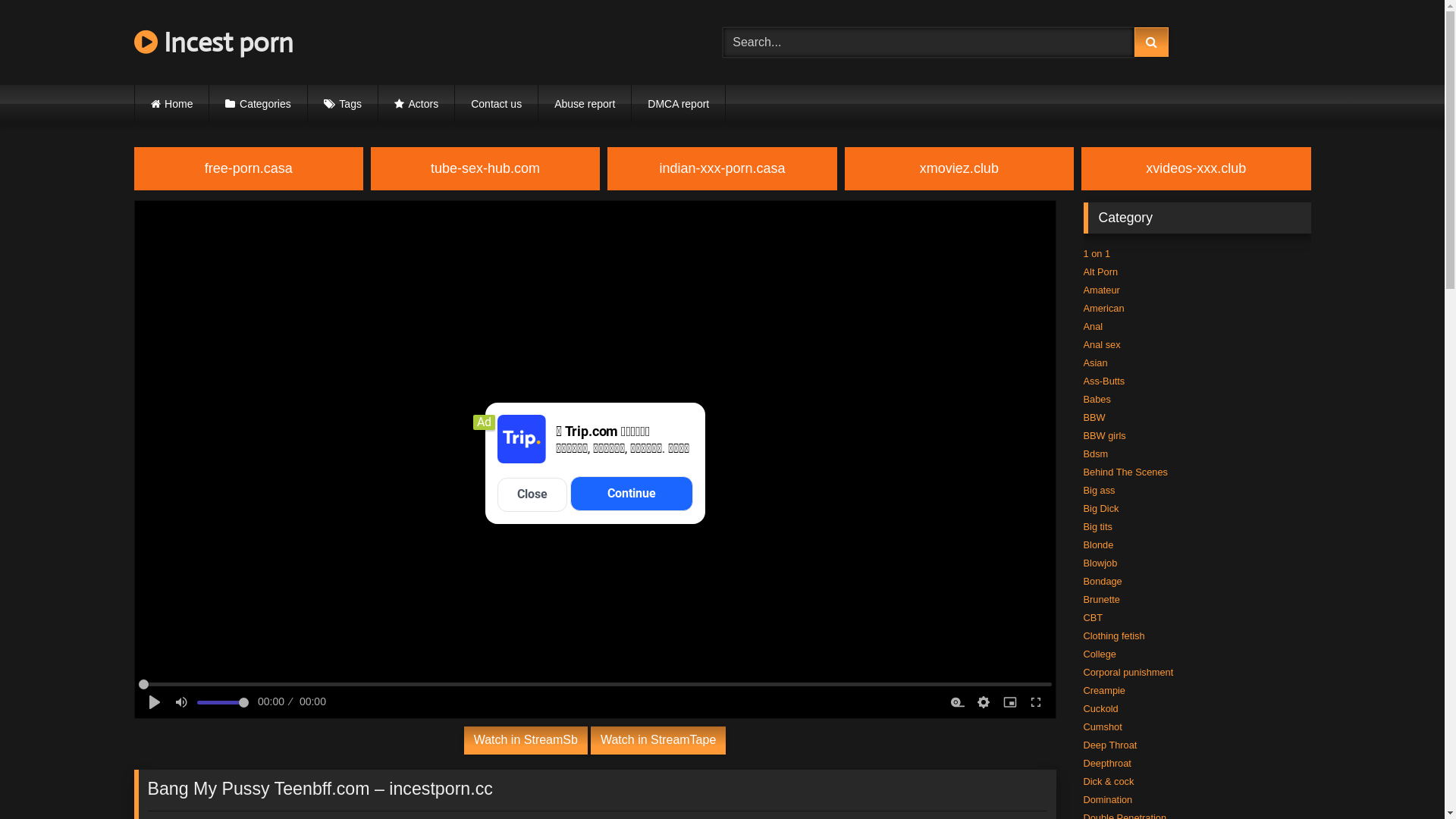 Image resolution: width=1456 pixels, height=819 pixels. I want to click on 'Dick & cock', so click(1108, 781).